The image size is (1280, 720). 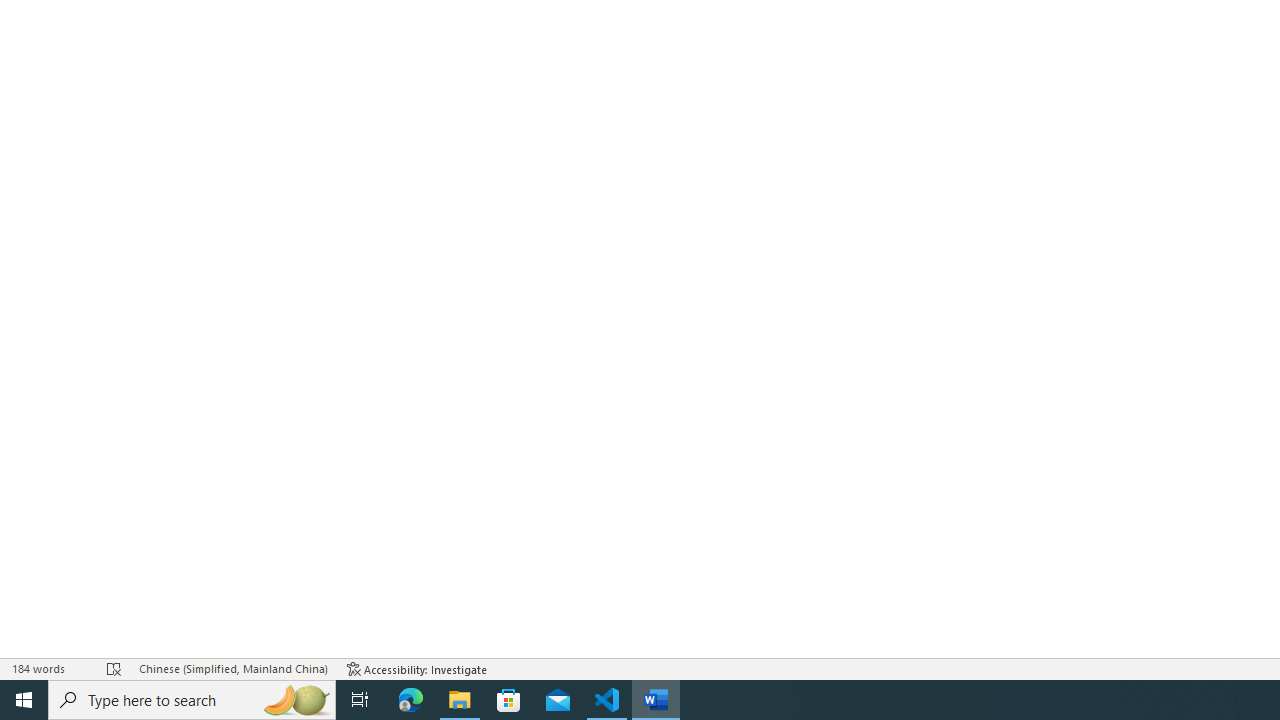 I want to click on 'Accessibility Checker Accessibility: Investigate', so click(x=416, y=669).